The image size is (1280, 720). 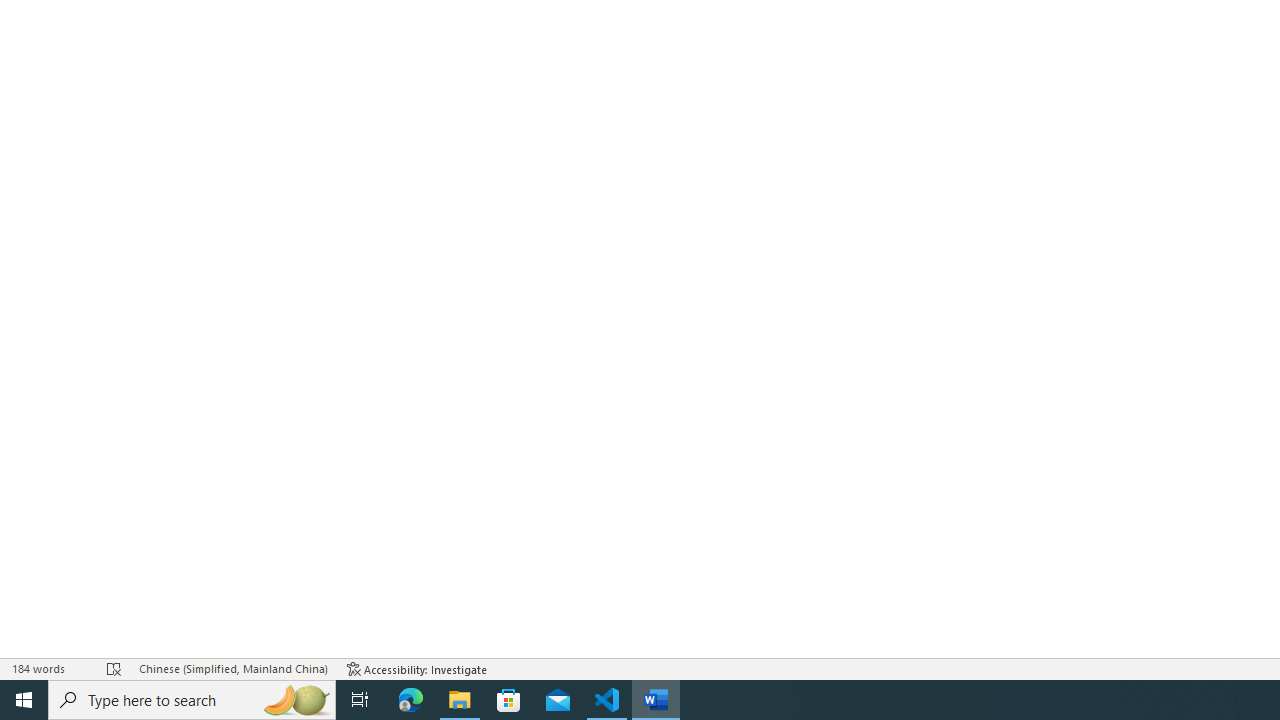 I want to click on 'Accessibility Checker Accessibility: Investigate', so click(x=416, y=669).